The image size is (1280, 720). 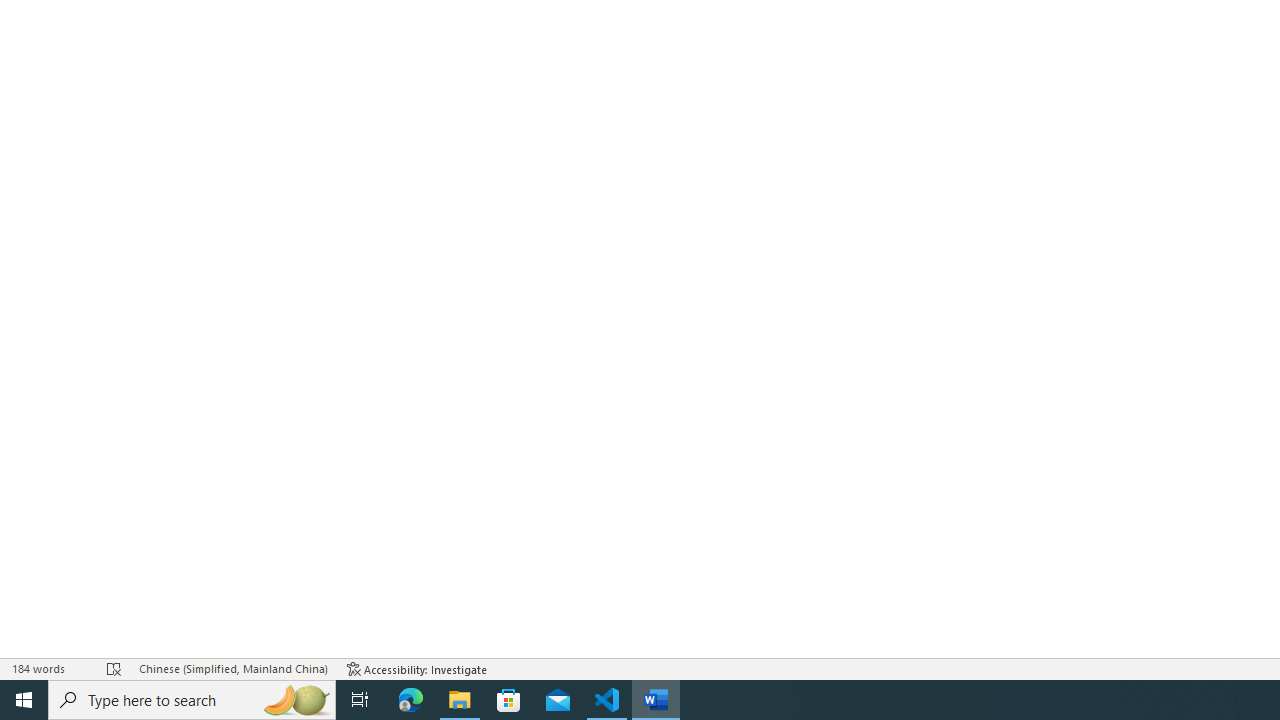 I want to click on 'Accessibility Checker Accessibility: Investigate', so click(x=416, y=669).